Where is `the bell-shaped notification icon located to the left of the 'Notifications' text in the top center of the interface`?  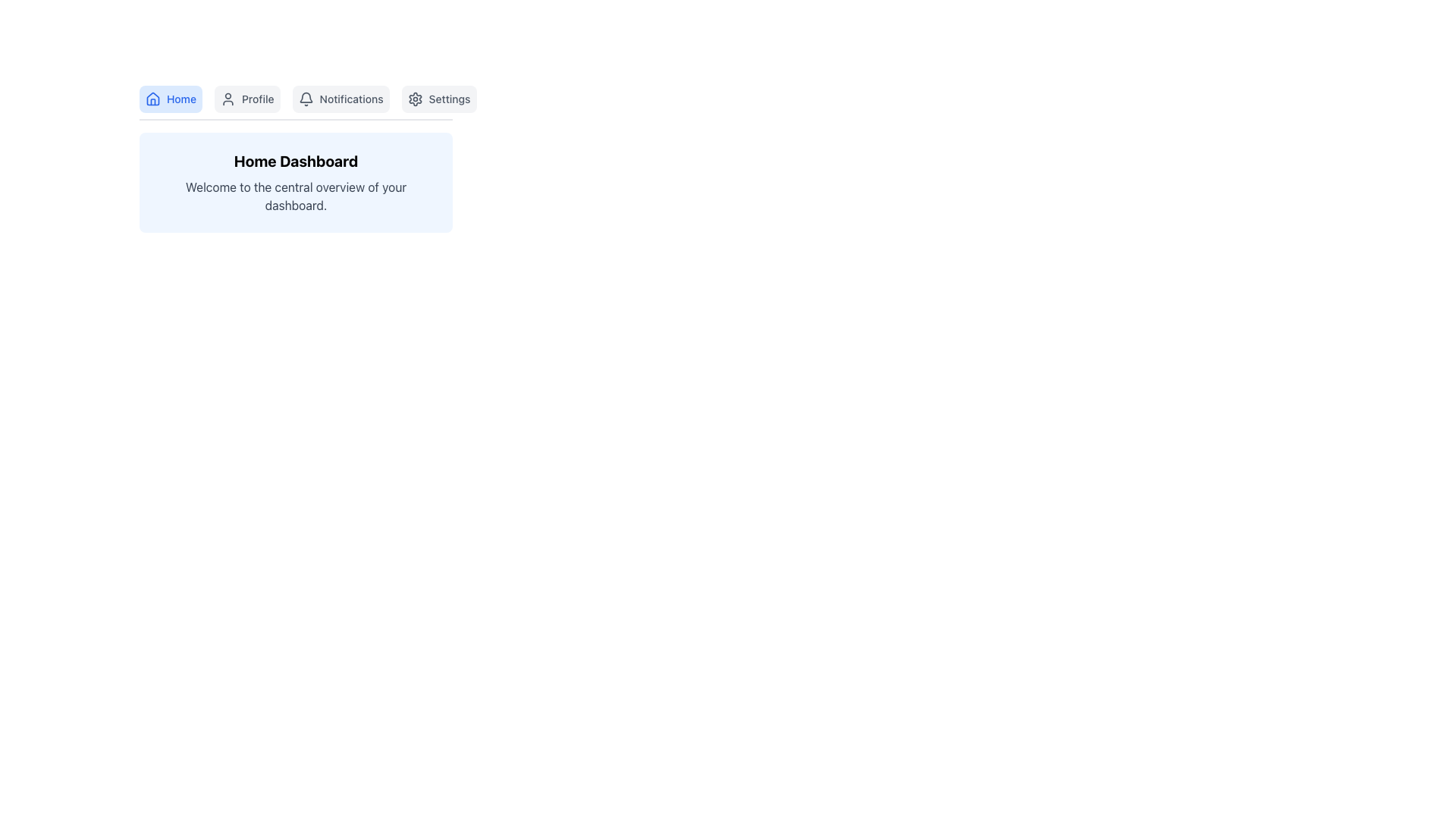
the bell-shaped notification icon located to the left of the 'Notifications' text in the top center of the interface is located at coordinates (305, 99).